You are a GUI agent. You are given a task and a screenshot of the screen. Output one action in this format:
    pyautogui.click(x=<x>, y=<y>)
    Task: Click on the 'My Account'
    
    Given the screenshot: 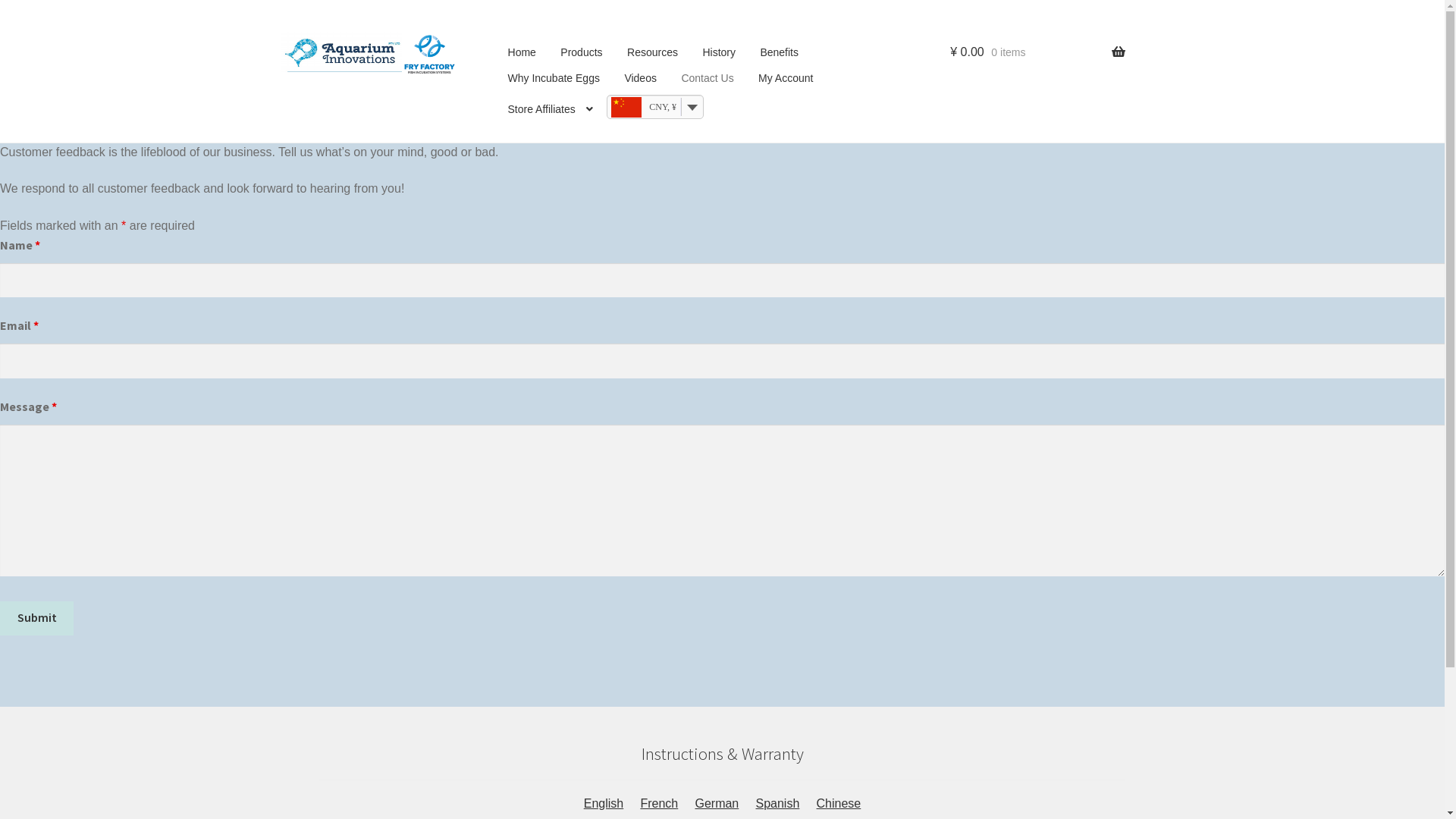 What is the action you would take?
    pyautogui.click(x=786, y=82)
    